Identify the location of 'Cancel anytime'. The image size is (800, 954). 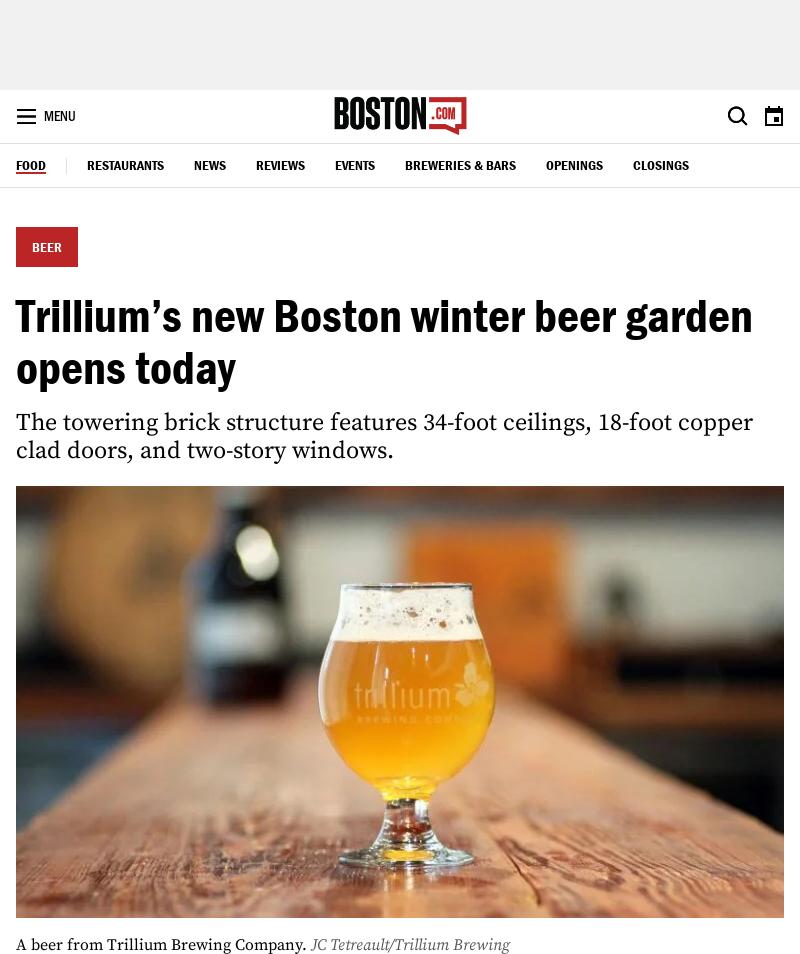
(367, 717).